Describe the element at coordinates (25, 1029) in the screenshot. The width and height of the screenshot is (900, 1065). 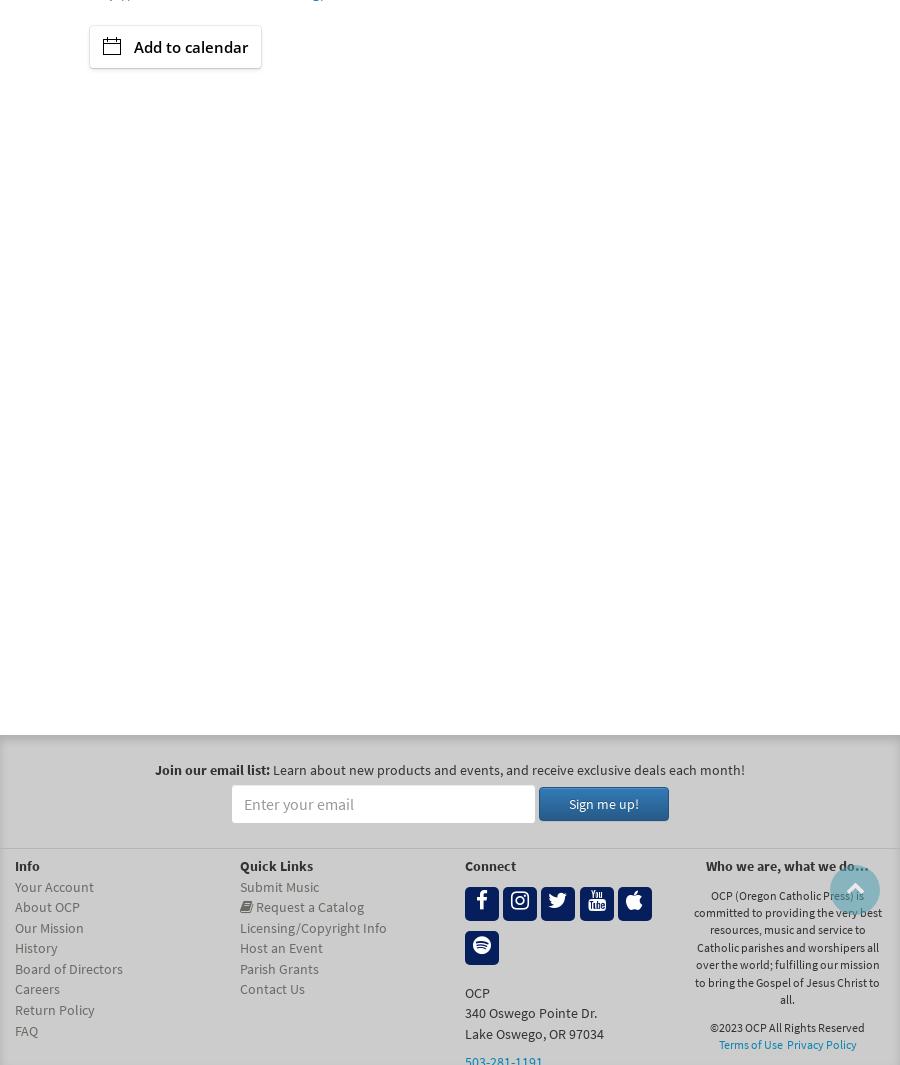
I see `'FAQ'` at that location.